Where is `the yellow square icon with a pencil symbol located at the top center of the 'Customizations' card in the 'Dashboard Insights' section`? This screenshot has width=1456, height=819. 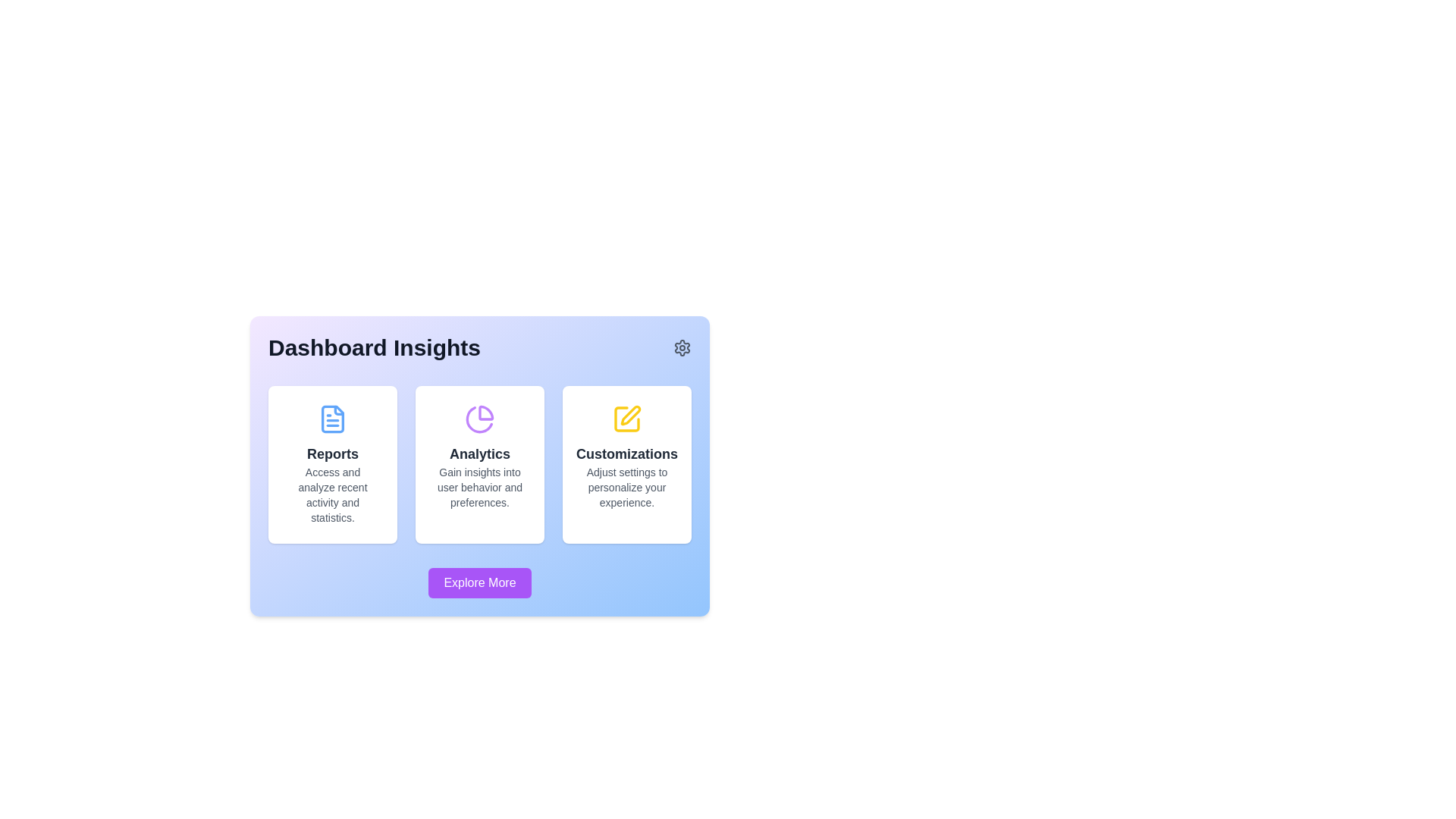 the yellow square icon with a pencil symbol located at the top center of the 'Customizations' card in the 'Dashboard Insights' section is located at coordinates (626, 419).